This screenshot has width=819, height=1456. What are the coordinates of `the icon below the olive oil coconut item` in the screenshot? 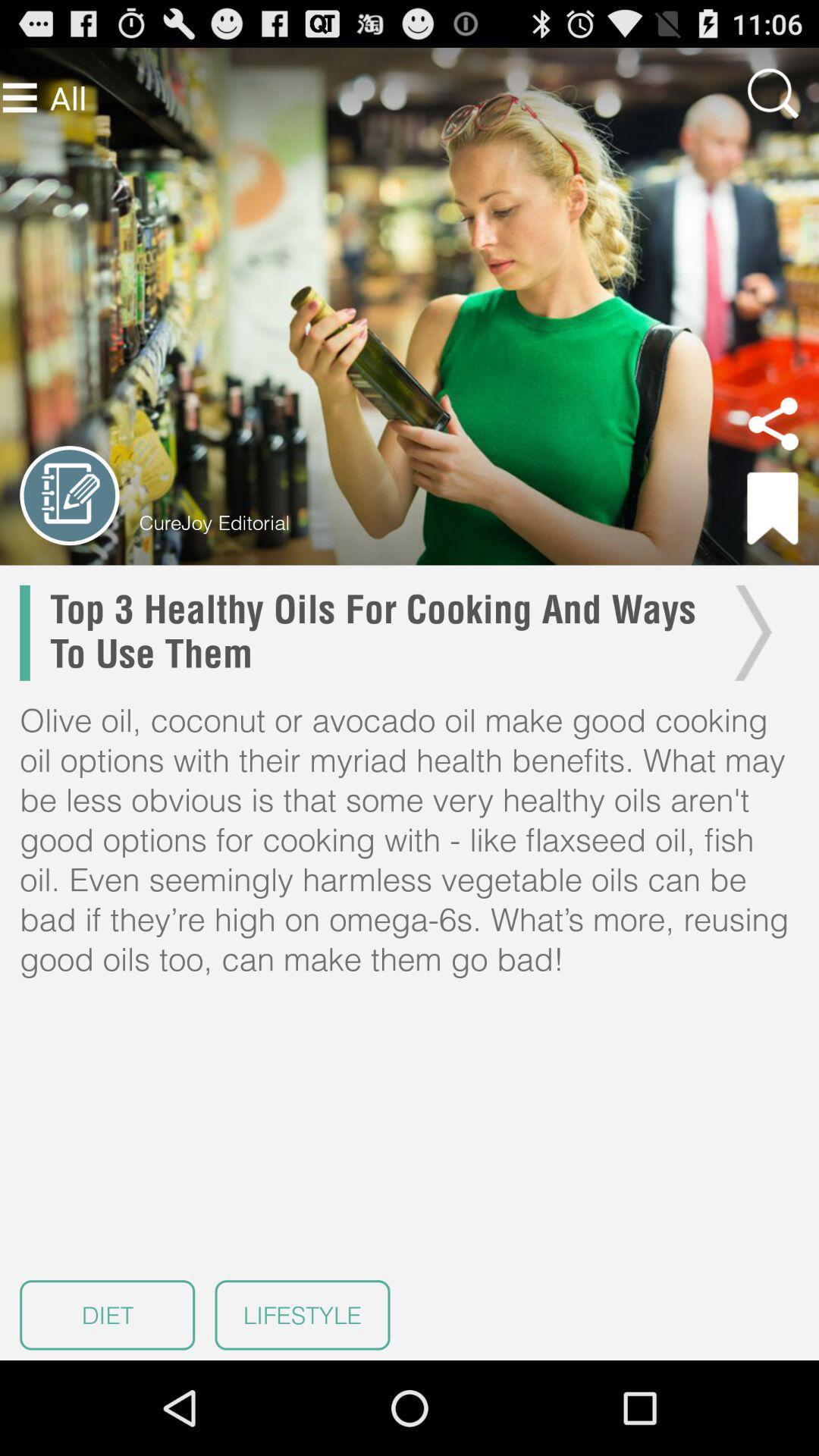 It's located at (106, 1314).